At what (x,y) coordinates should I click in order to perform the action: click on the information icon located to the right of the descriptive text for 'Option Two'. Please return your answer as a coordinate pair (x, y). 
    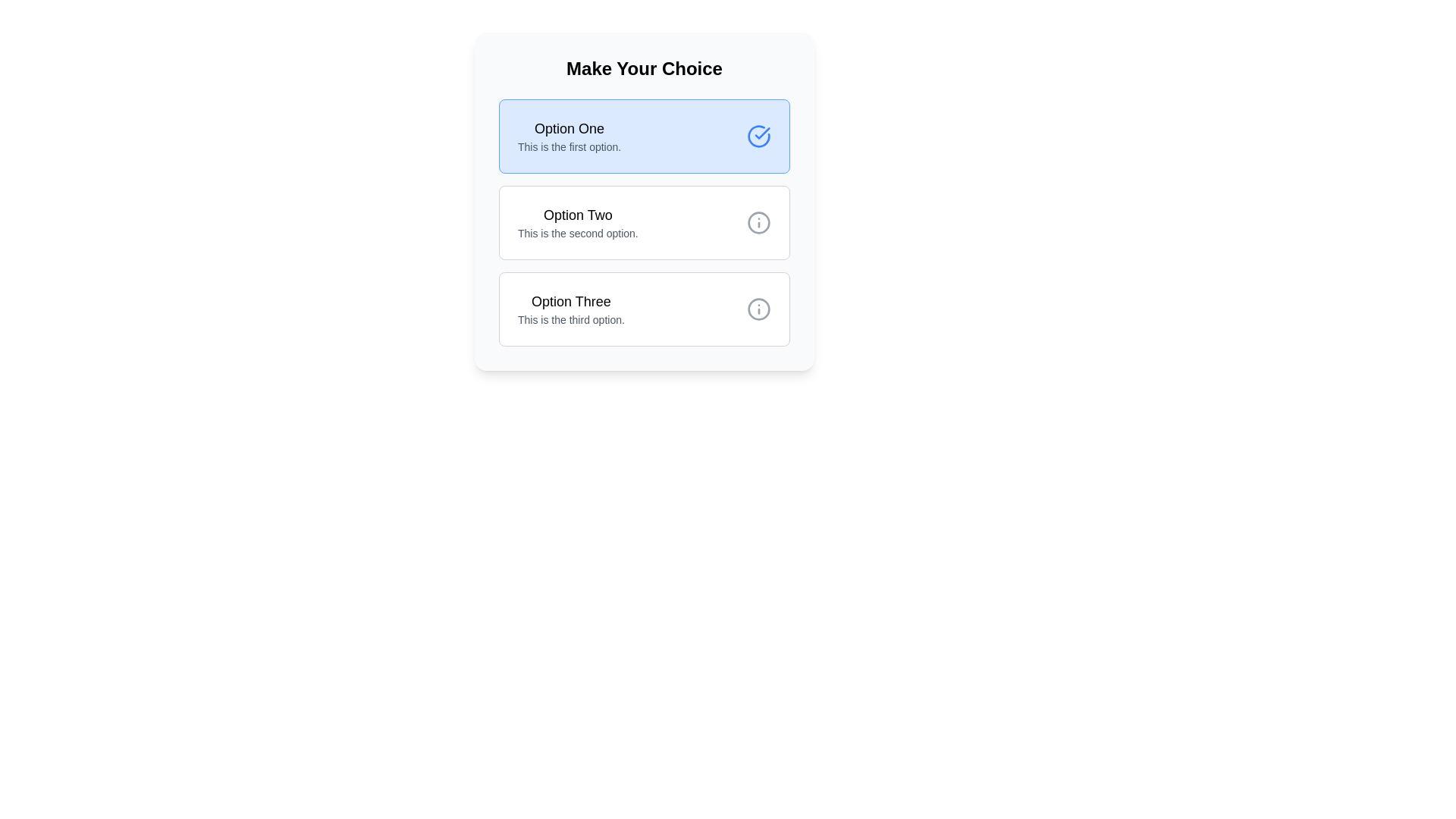
    Looking at the image, I should click on (759, 309).